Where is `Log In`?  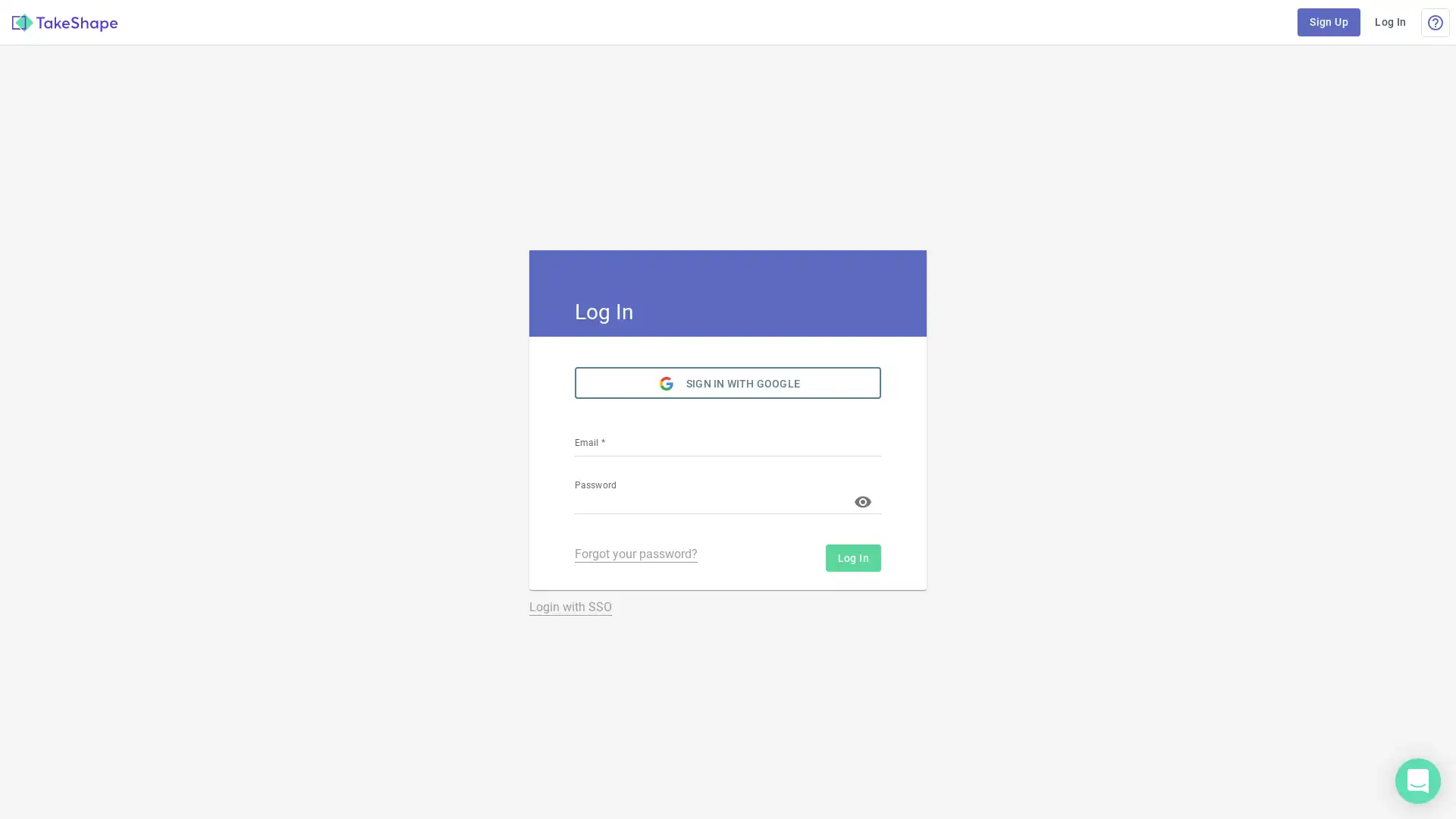 Log In is located at coordinates (852, 557).